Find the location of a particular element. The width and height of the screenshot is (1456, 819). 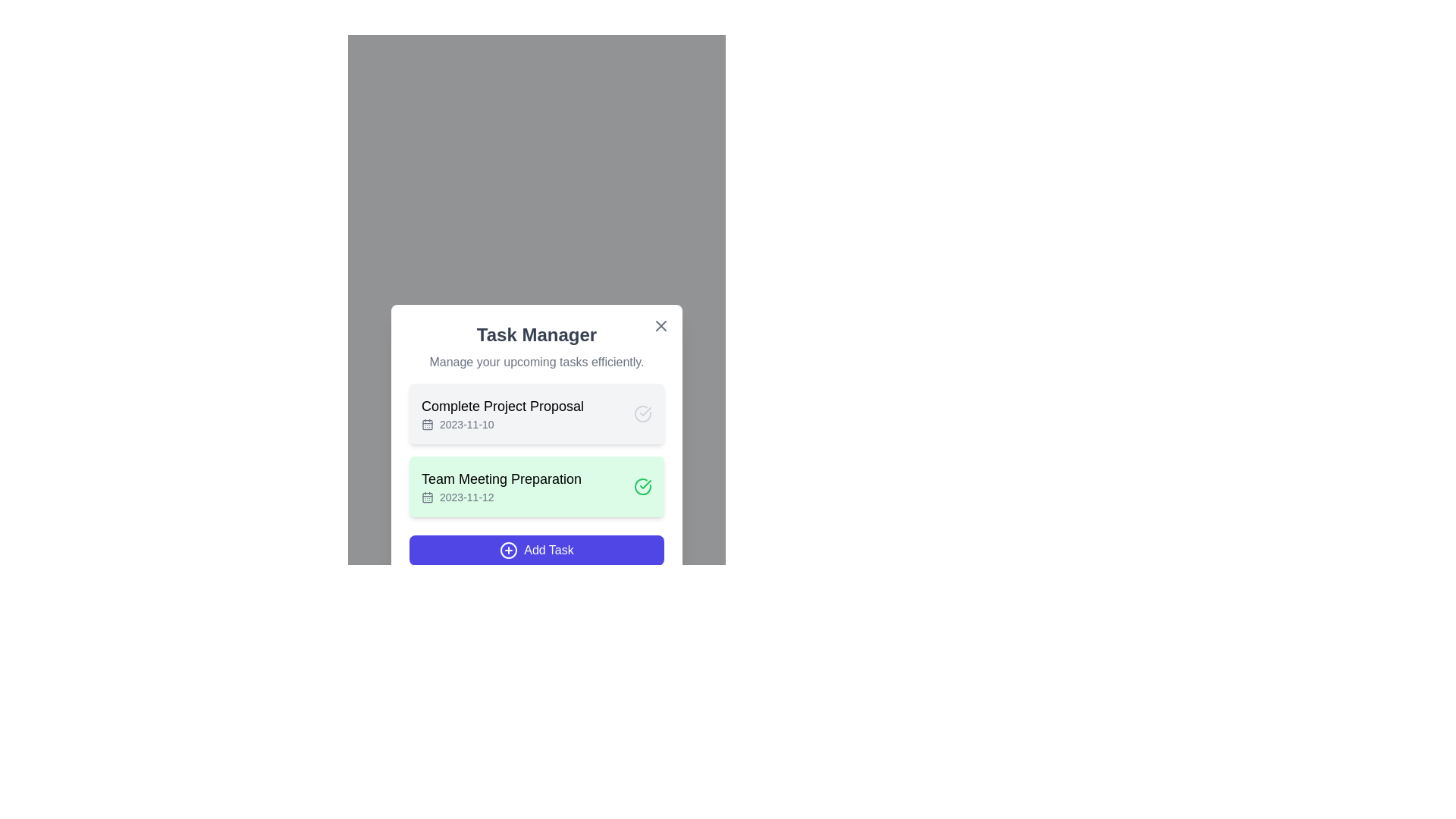

the Header with the title 'Task Manager' and the subtitle 'Manage your upcoming tasks efficiently.' is located at coordinates (537, 347).